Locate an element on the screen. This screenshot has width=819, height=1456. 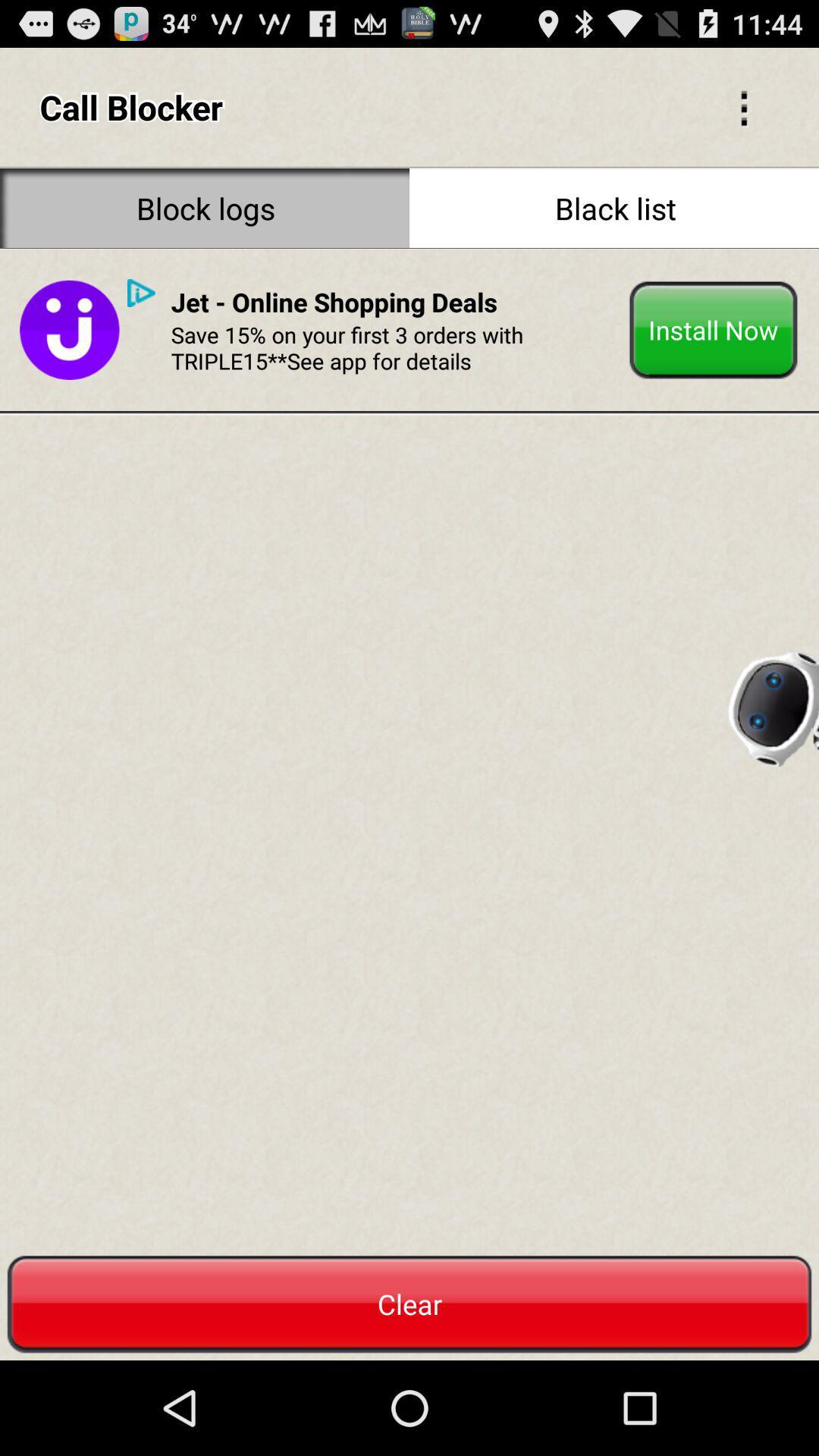
the more icon is located at coordinates (743, 114).